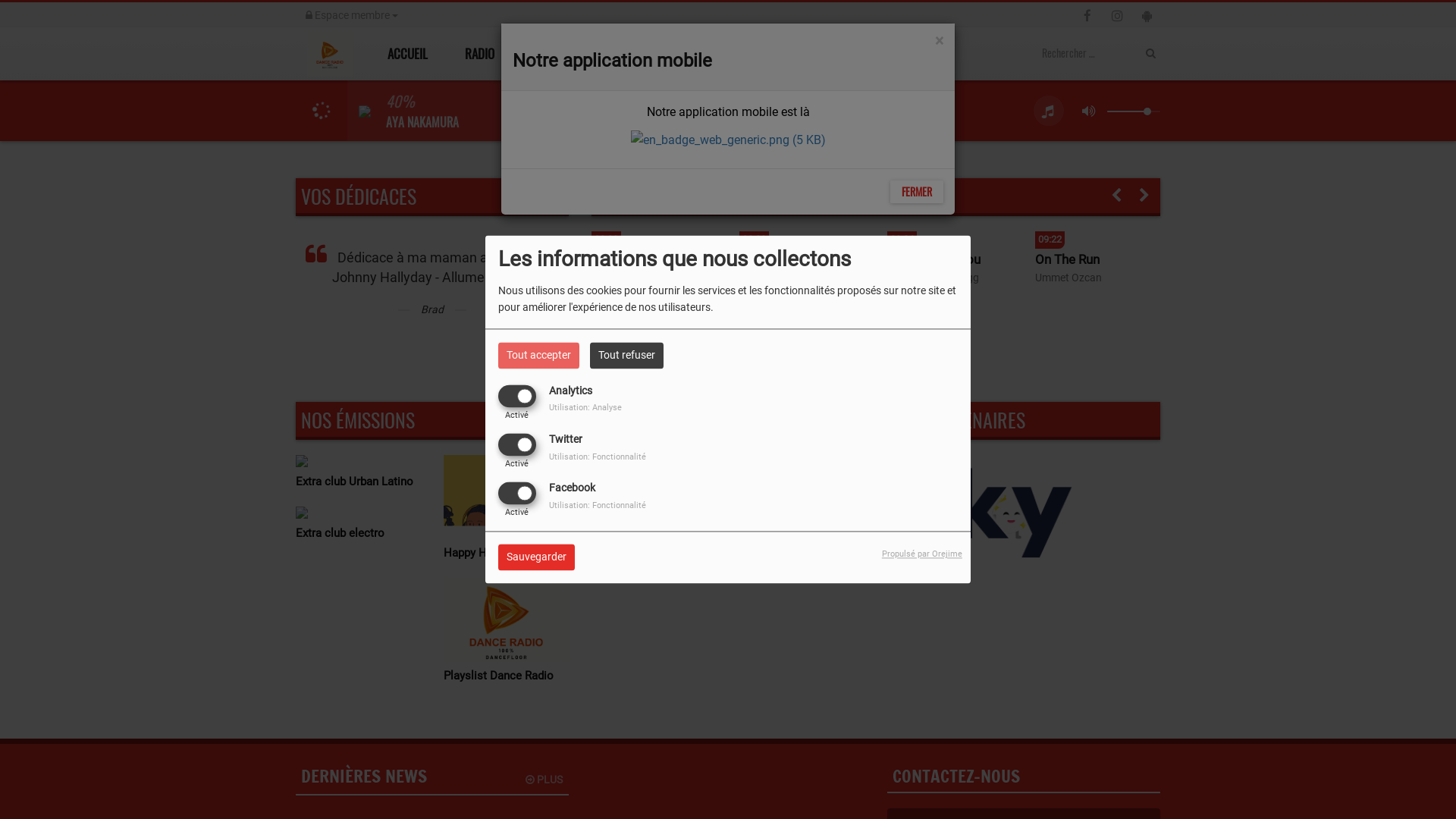  I want to click on 'Tout refuser', so click(588, 355).